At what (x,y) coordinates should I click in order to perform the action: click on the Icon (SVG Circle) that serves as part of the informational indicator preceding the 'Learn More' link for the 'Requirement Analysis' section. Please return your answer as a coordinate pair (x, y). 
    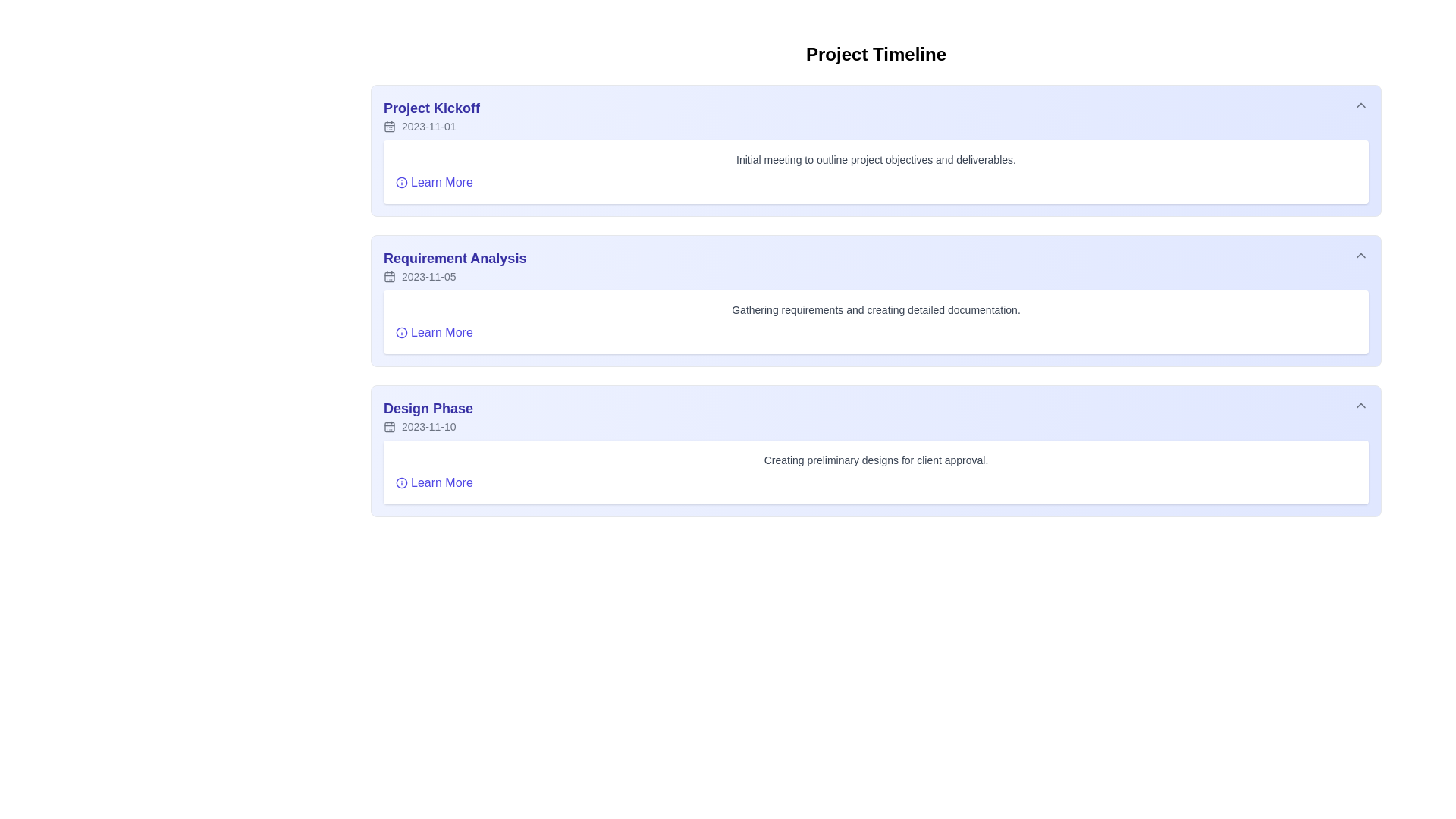
    Looking at the image, I should click on (401, 181).